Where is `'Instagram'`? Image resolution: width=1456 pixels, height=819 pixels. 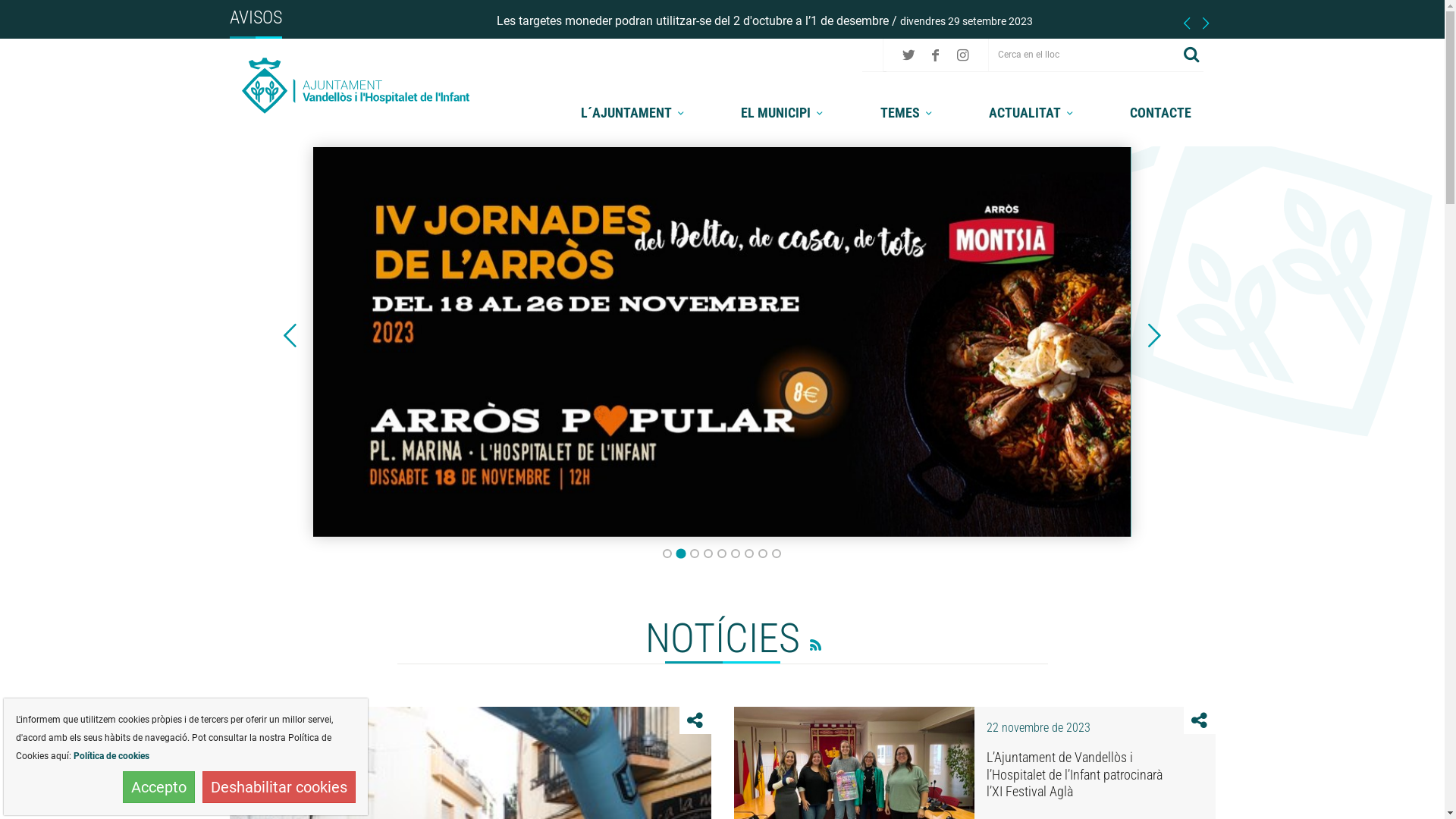
'Instagram' is located at coordinates (962, 54).